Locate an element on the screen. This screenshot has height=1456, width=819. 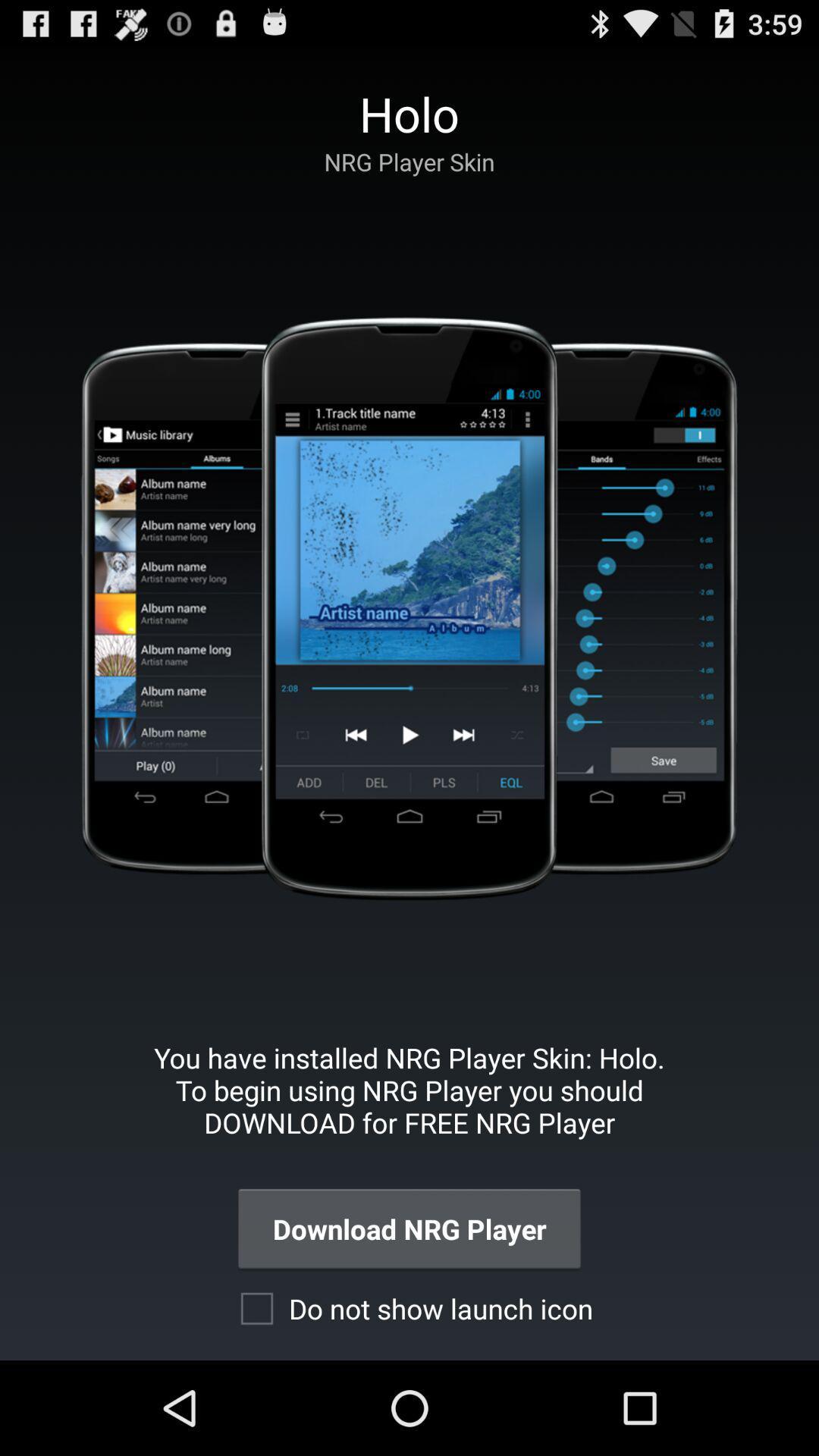
do not show item is located at coordinates (408, 1307).